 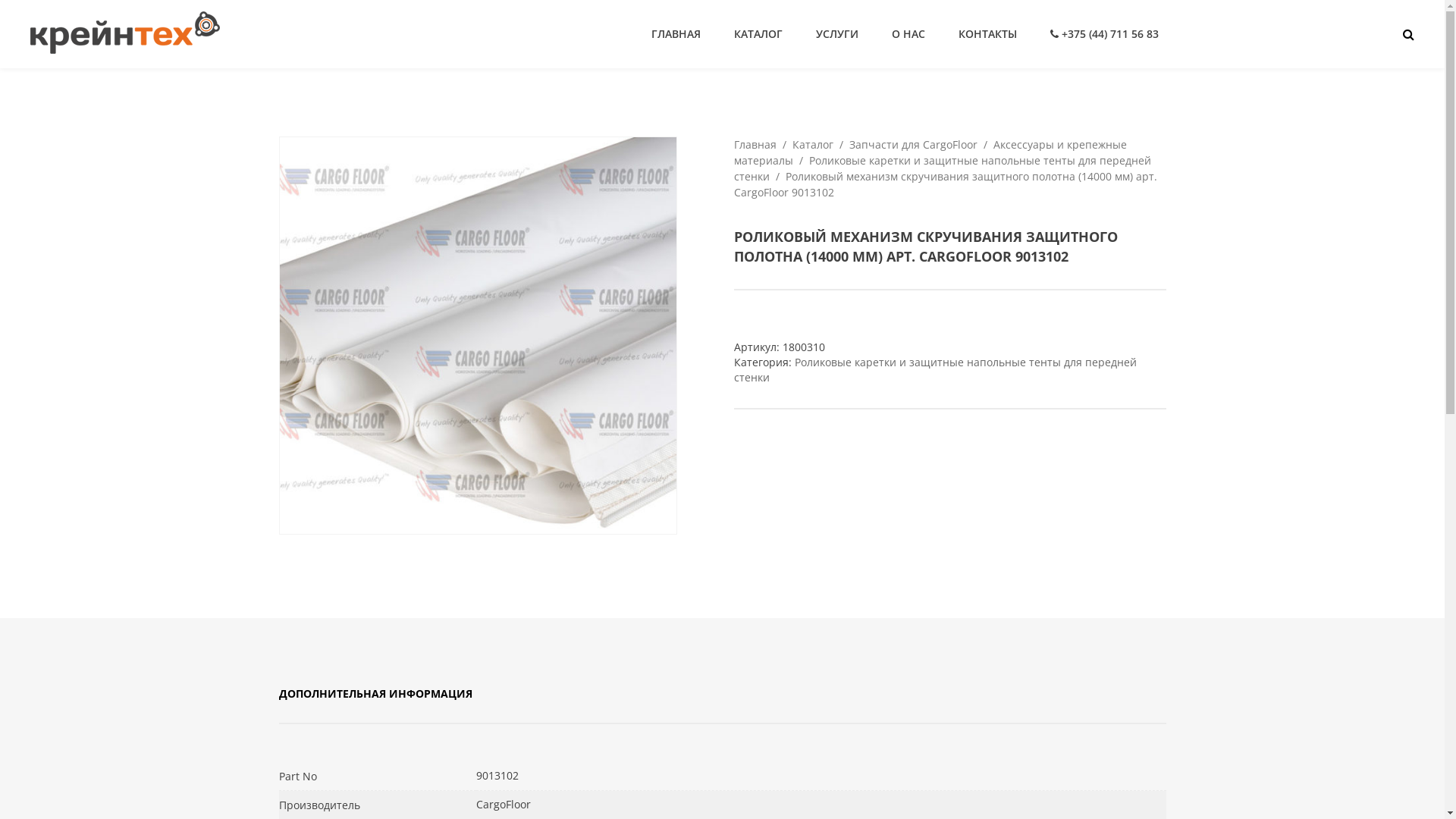 I want to click on ' +375 (44) 711 56 83', so click(x=1040, y=34).